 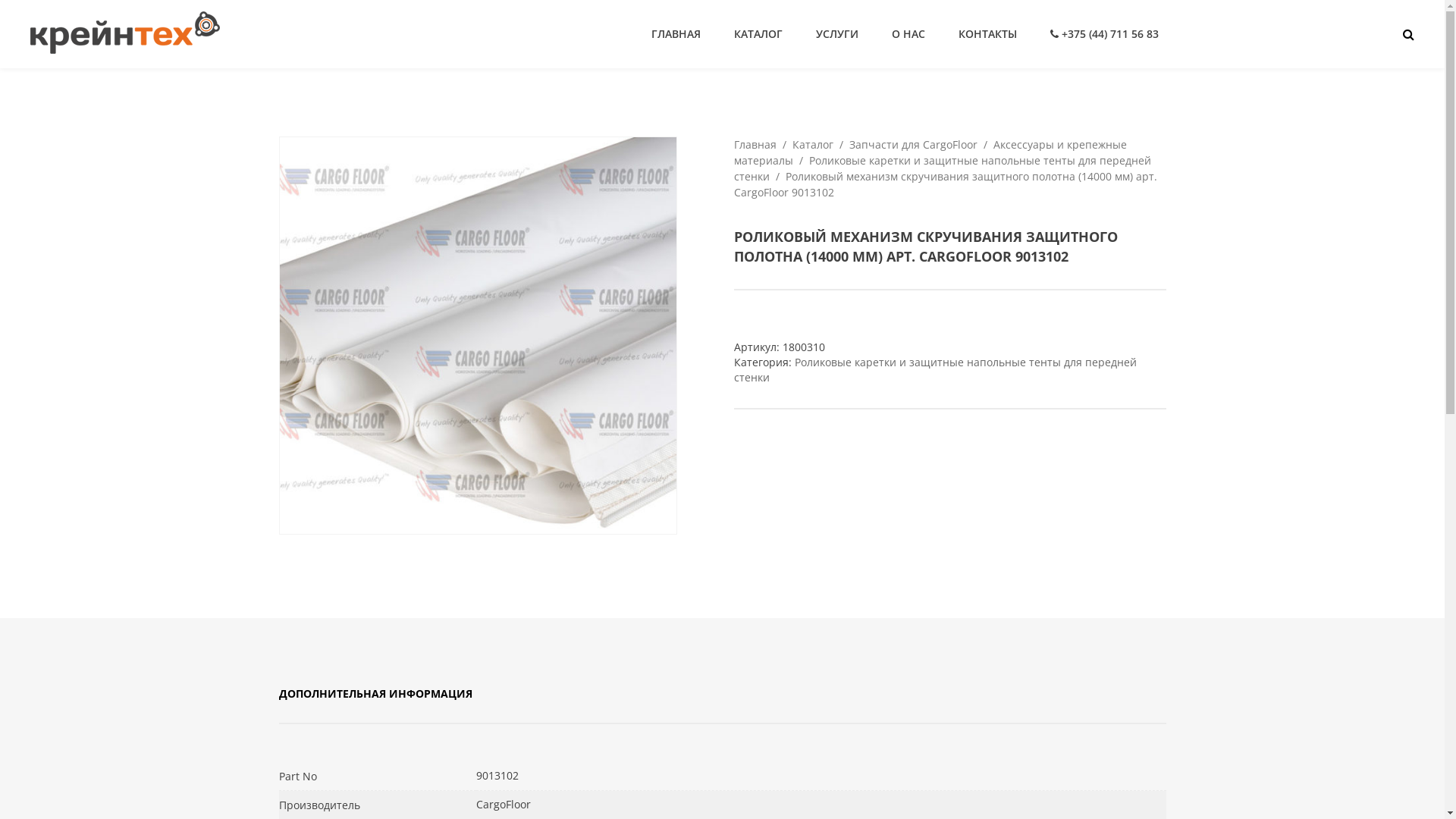 I want to click on ' +375 (44) 711 56 83', so click(x=1040, y=34).